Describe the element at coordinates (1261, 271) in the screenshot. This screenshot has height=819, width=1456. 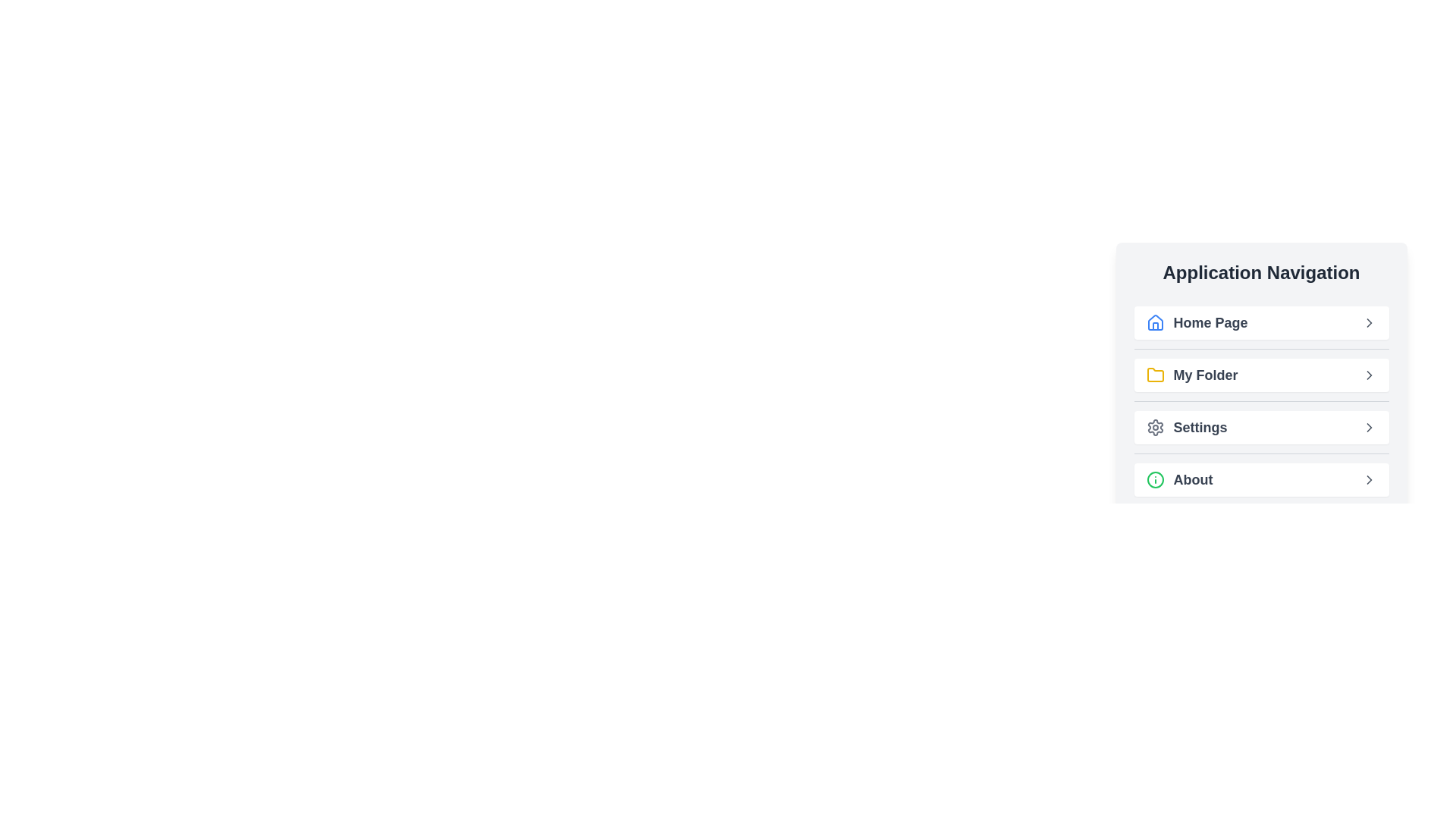
I see `the static text header labeled 'Application Navigation', which is styled with a bold, large font in dark gray and positioned at the top of the navigation panel` at that location.